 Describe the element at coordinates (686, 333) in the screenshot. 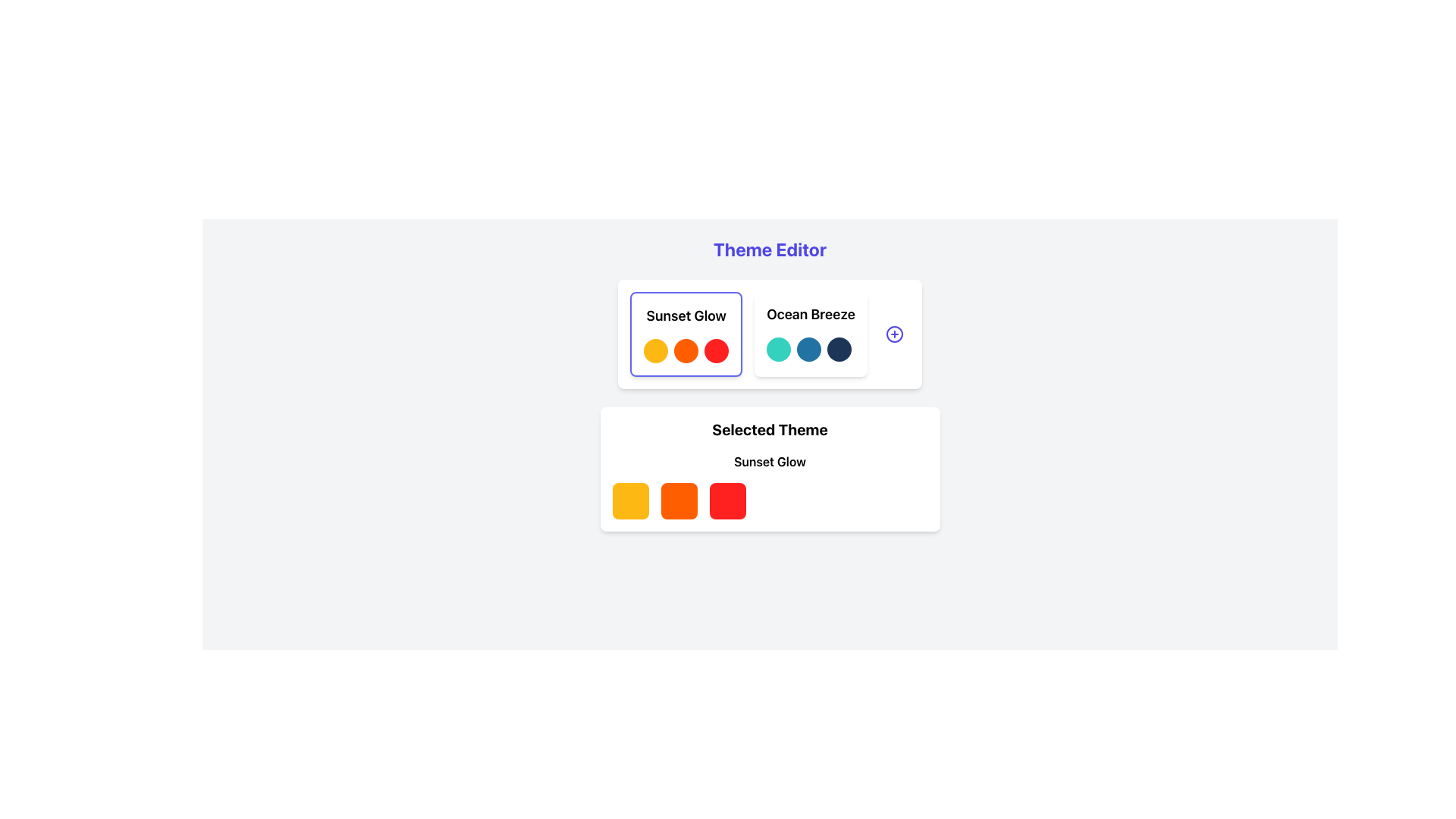

I see `the selectable theme option labeled 'Sunset Glow'` at that location.